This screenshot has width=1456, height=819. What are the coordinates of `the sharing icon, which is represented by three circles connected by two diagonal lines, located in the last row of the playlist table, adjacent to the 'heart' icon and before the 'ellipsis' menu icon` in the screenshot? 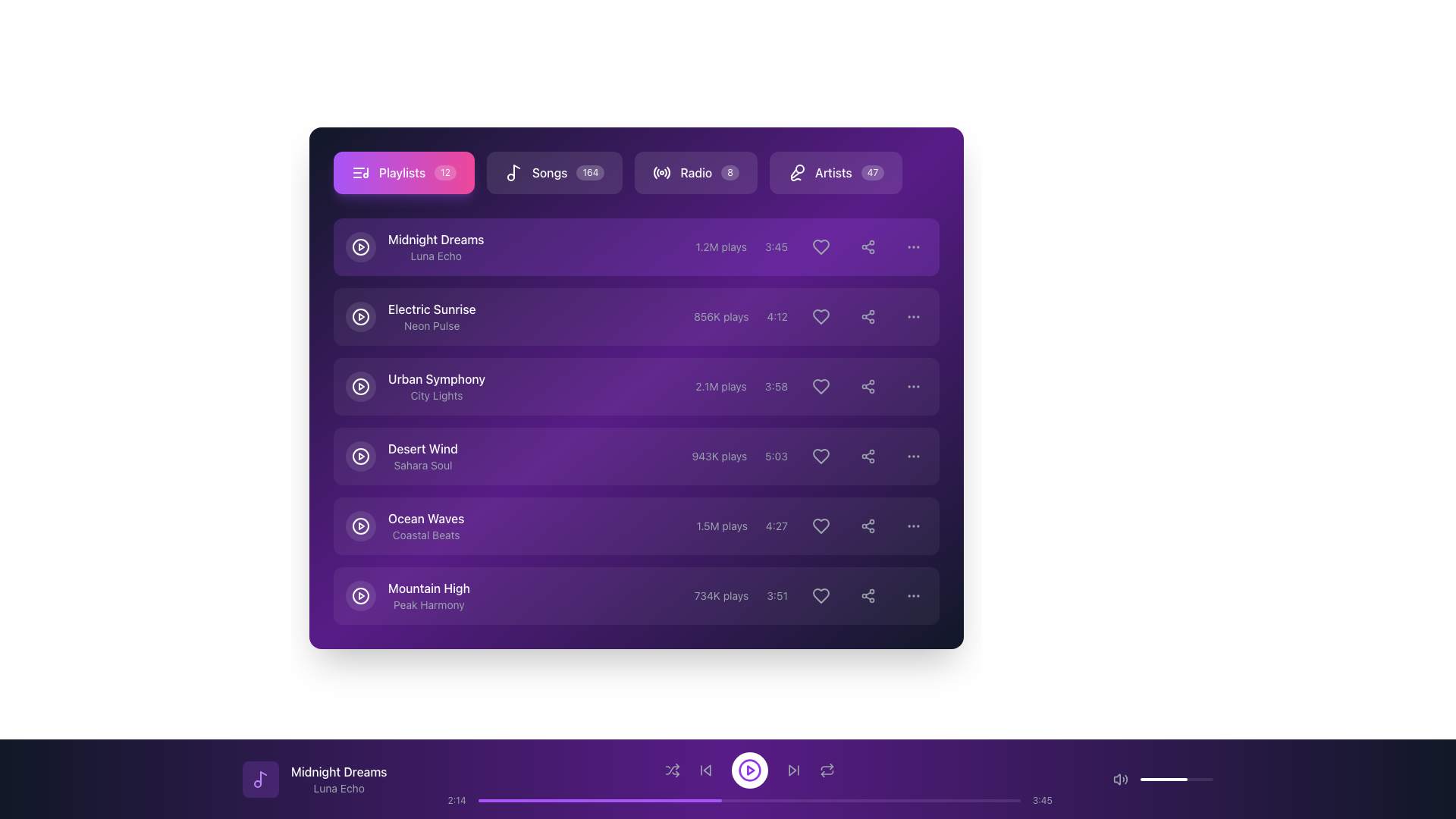 It's located at (868, 455).